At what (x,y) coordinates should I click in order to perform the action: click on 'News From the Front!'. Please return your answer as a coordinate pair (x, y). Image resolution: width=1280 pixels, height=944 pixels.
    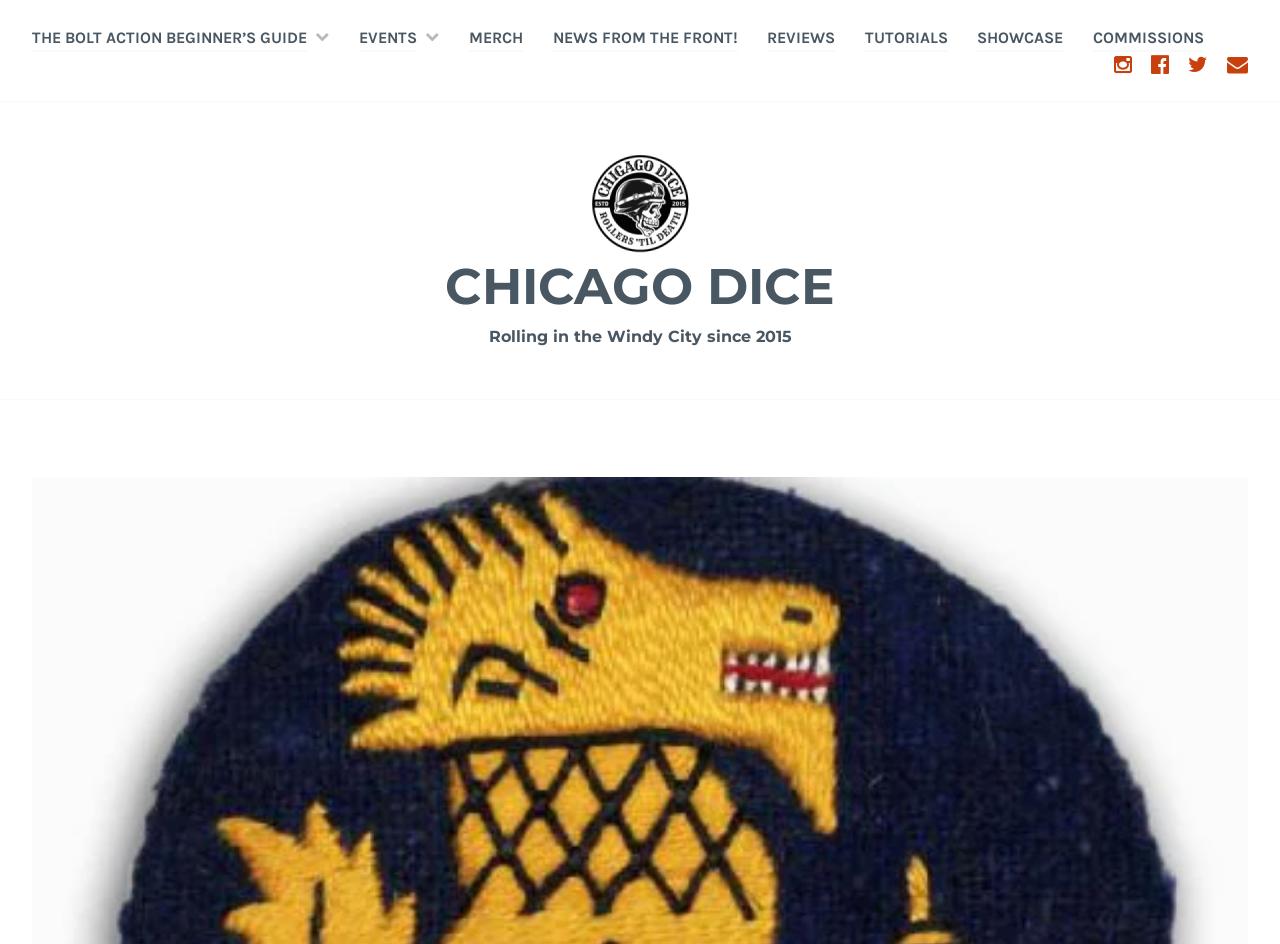
    Looking at the image, I should click on (644, 36).